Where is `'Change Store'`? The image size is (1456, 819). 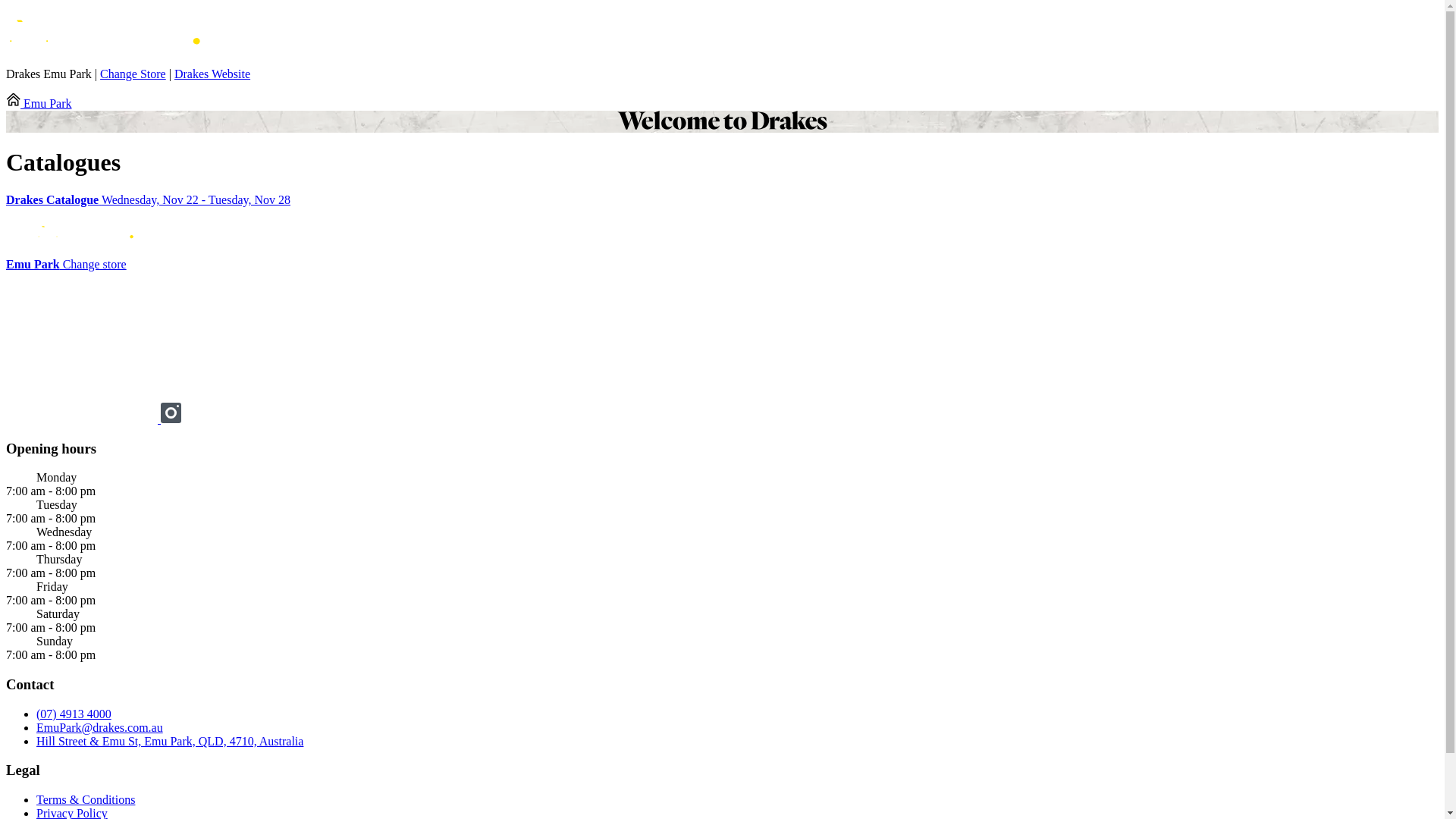 'Change Store' is located at coordinates (133, 74).